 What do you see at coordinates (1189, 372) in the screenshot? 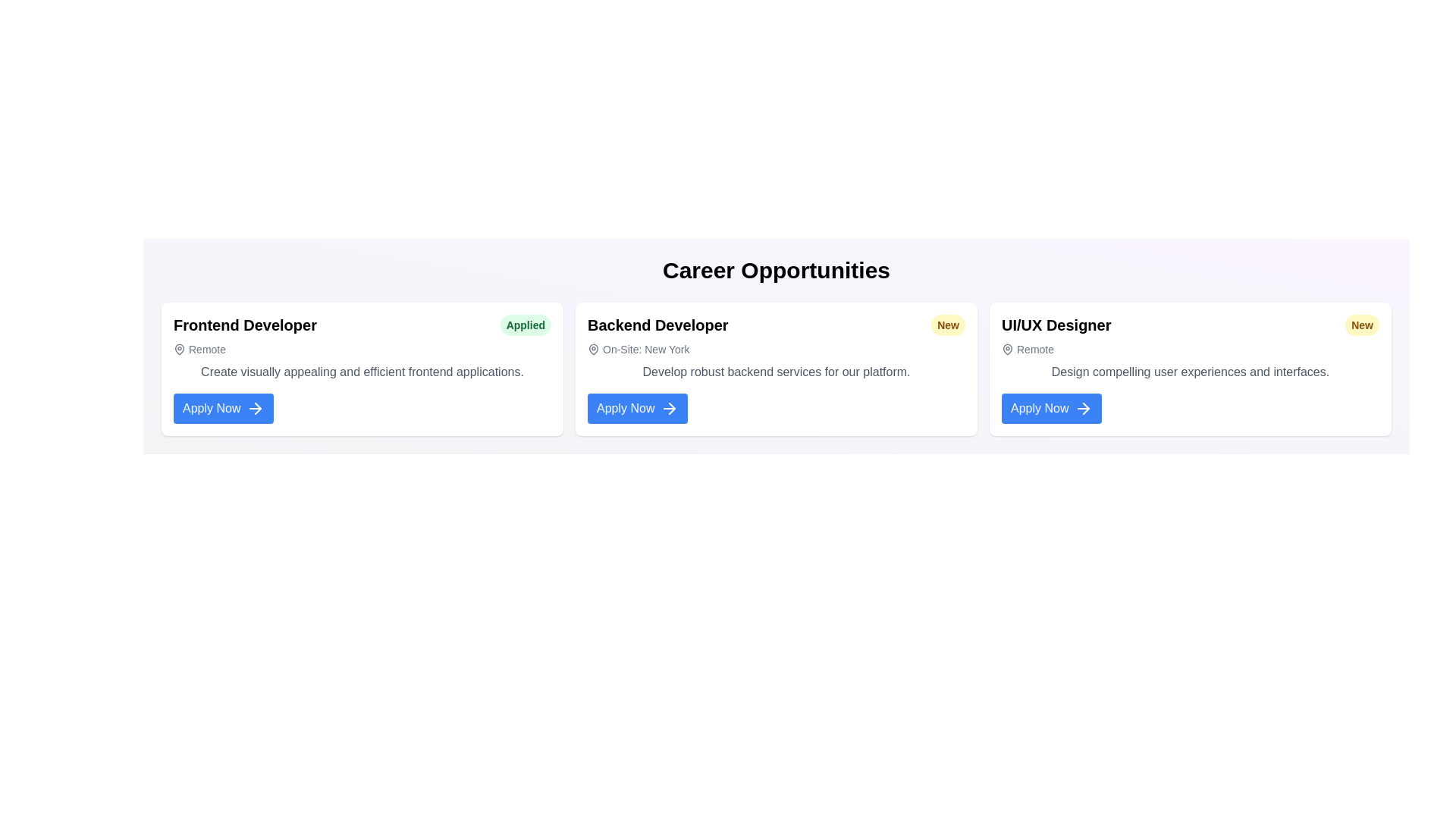
I see `text content of the description label for the 'UI/UX Designer' job role, which is the third line of text in the job card, located below the job title and above the 'Apply Now' button` at bounding box center [1189, 372].